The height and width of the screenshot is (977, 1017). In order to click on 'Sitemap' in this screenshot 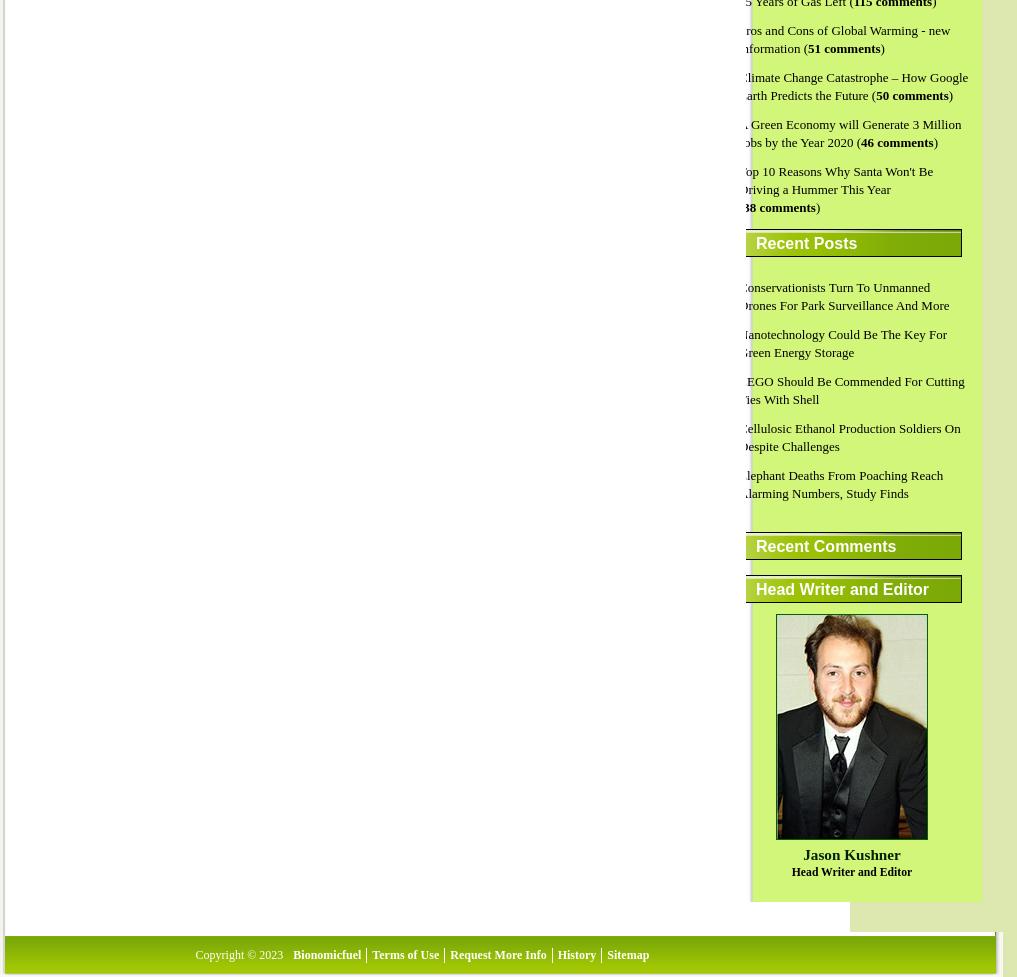, I will do `click(627, 953)`.